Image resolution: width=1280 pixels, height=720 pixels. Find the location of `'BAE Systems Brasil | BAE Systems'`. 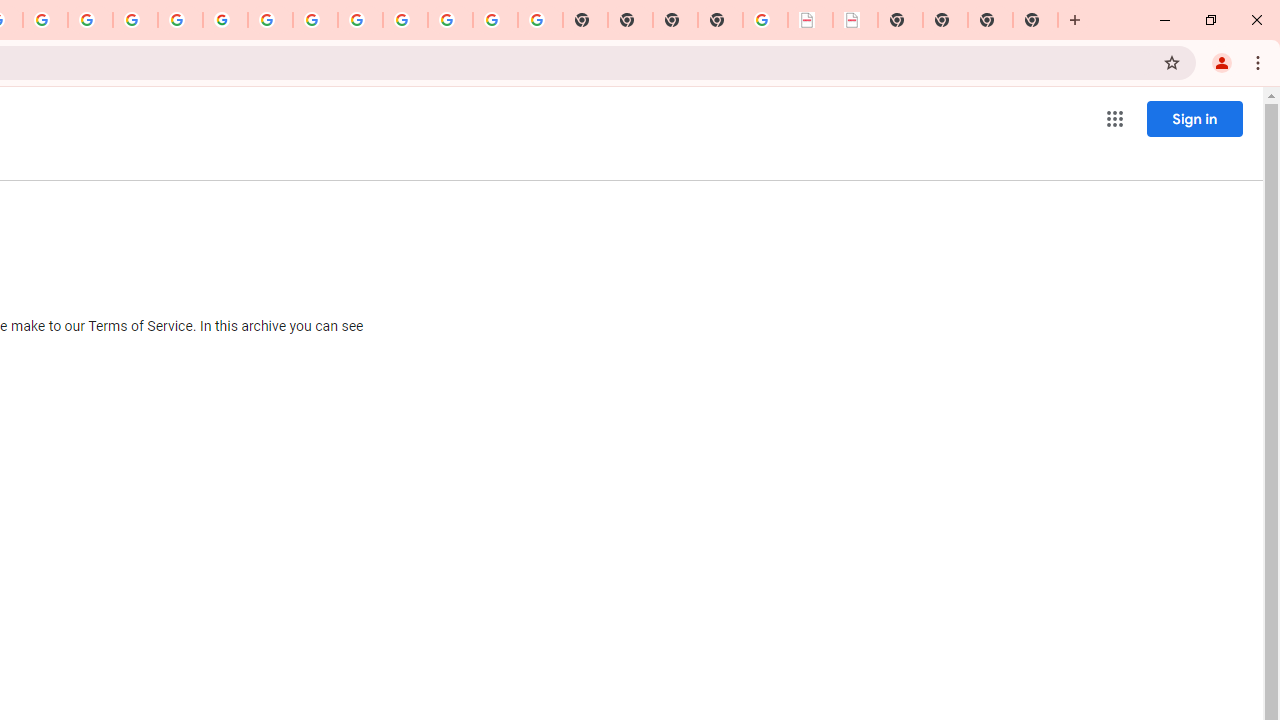

'BAE Systems Brasil | BAE Systems' is located at coordinates (855, 20).